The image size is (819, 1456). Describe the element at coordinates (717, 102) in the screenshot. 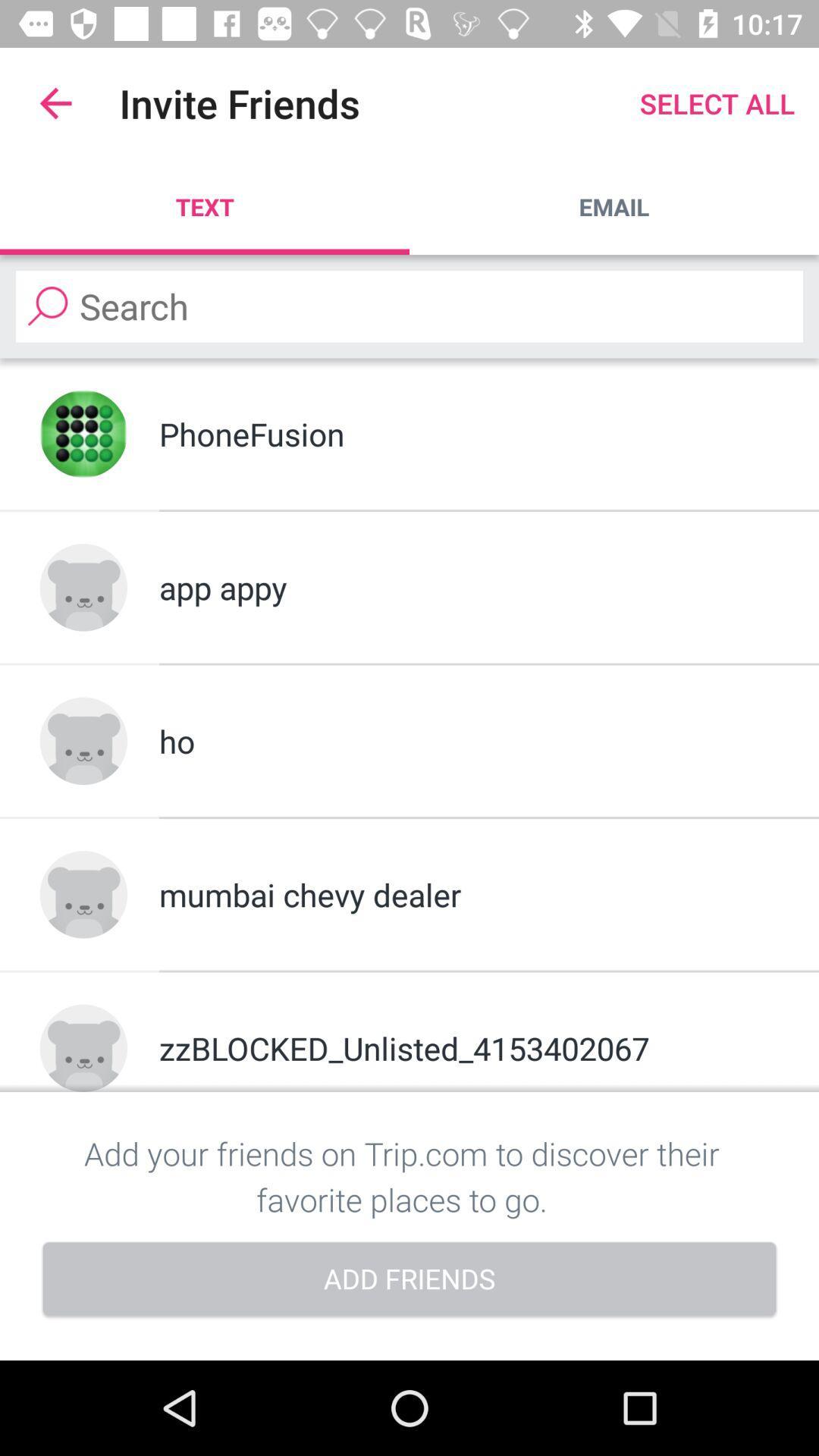

I see `select all item` at that location.